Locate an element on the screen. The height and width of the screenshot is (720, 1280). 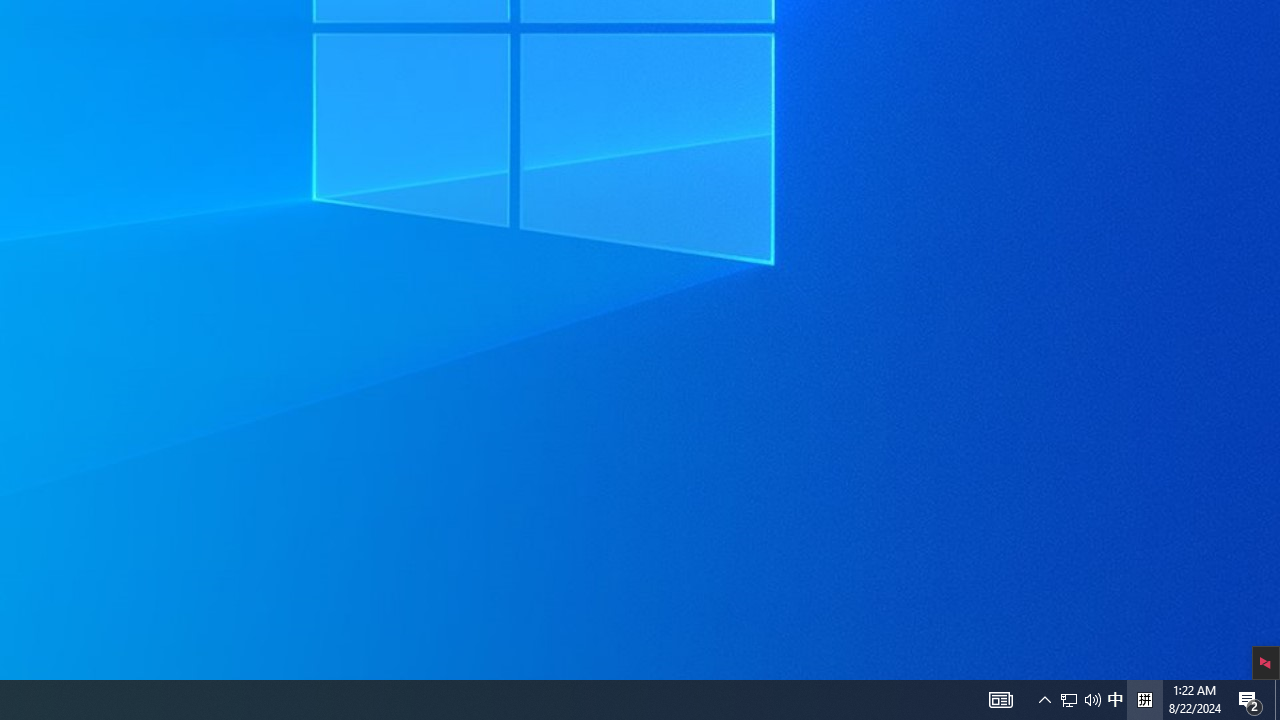
'Q2790: 100%' is located at coordinates (1114, 698).